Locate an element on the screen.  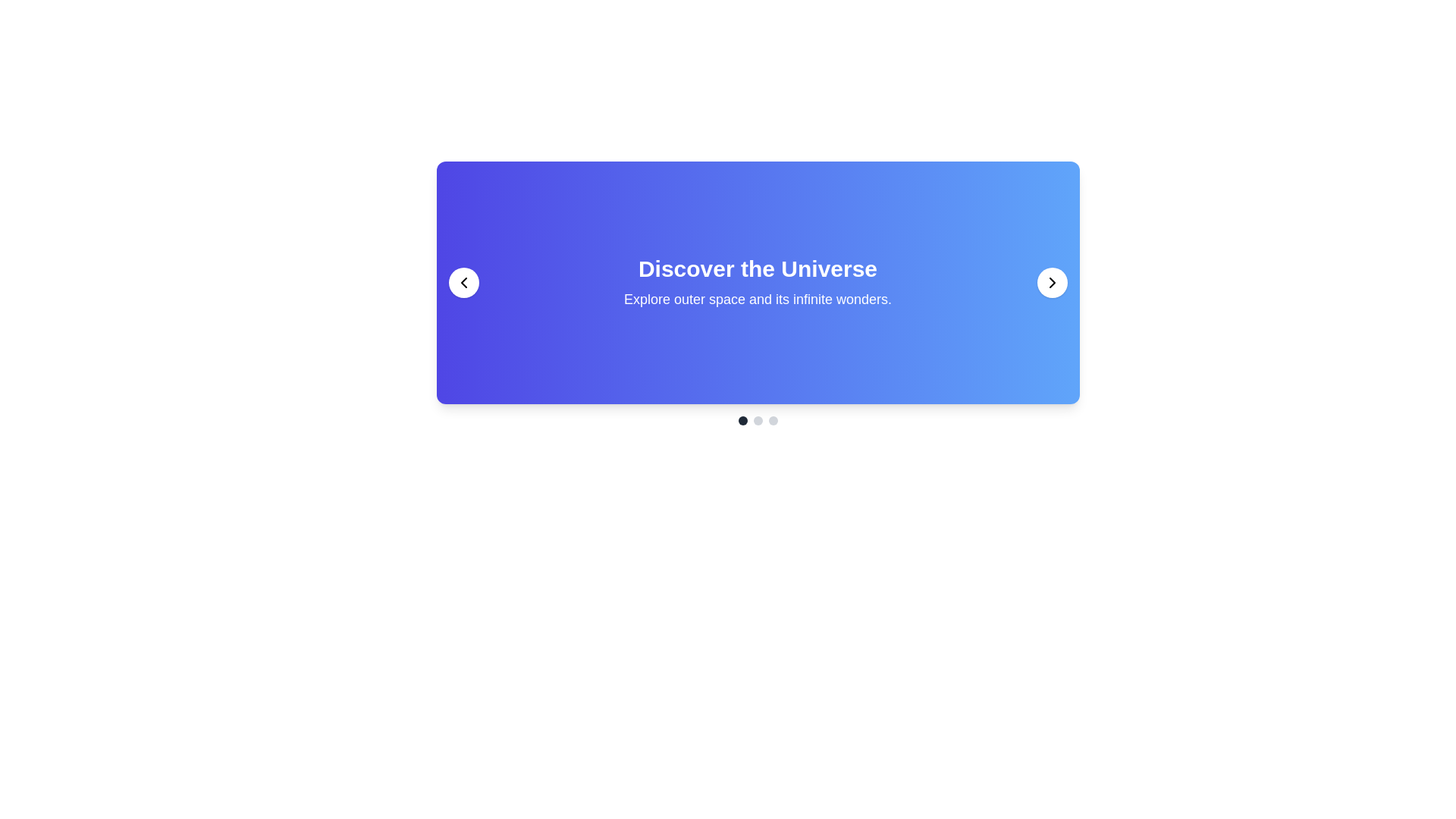
the right-facing chevron icon located within a circular button on the right-hand side of the blue card labeled 'Discover the Universe' is located at coordinates (1051, 283).